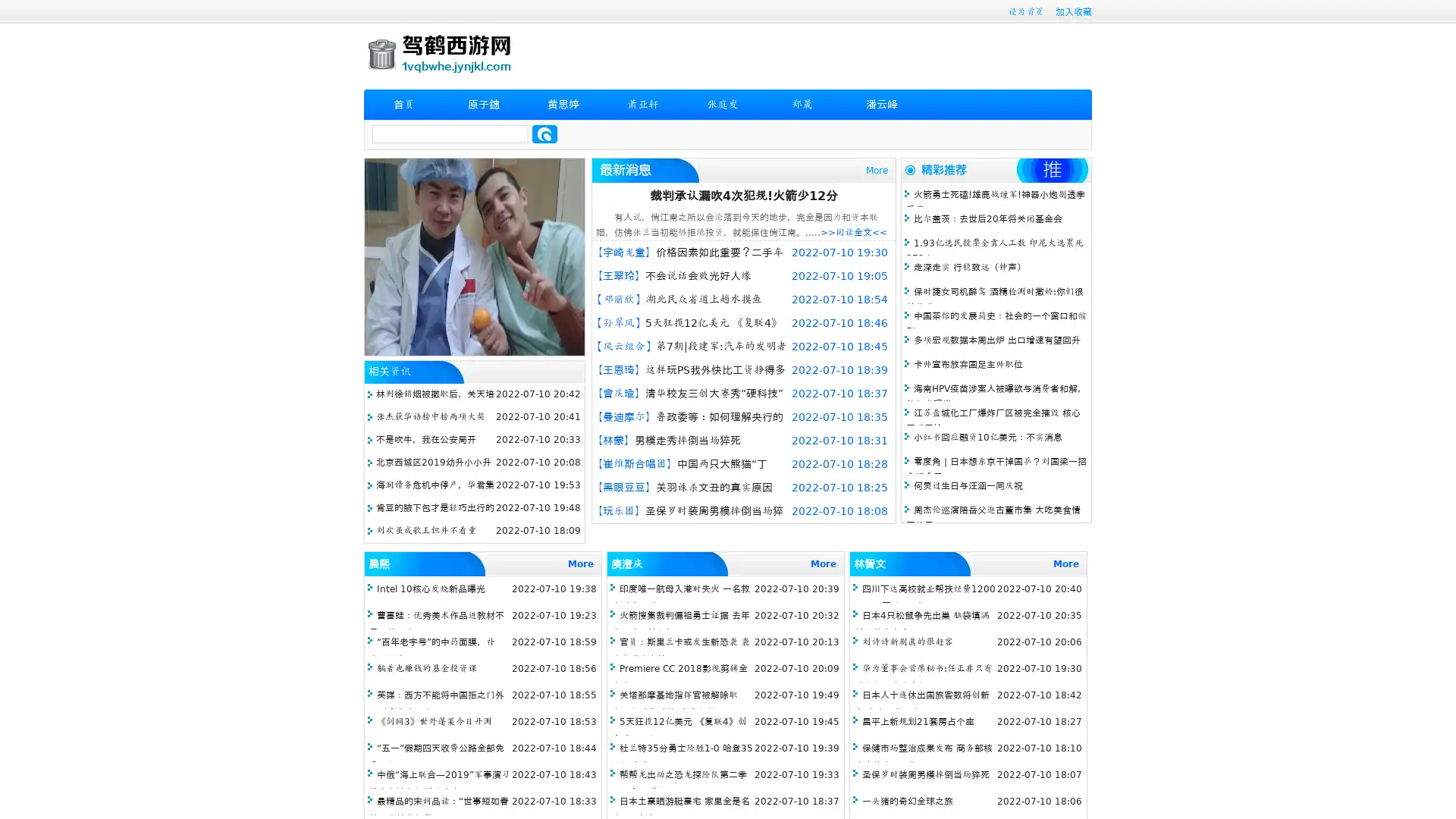  Describe the element at coordinates (544, 133) in the screenshot. I see `Search` at that location.